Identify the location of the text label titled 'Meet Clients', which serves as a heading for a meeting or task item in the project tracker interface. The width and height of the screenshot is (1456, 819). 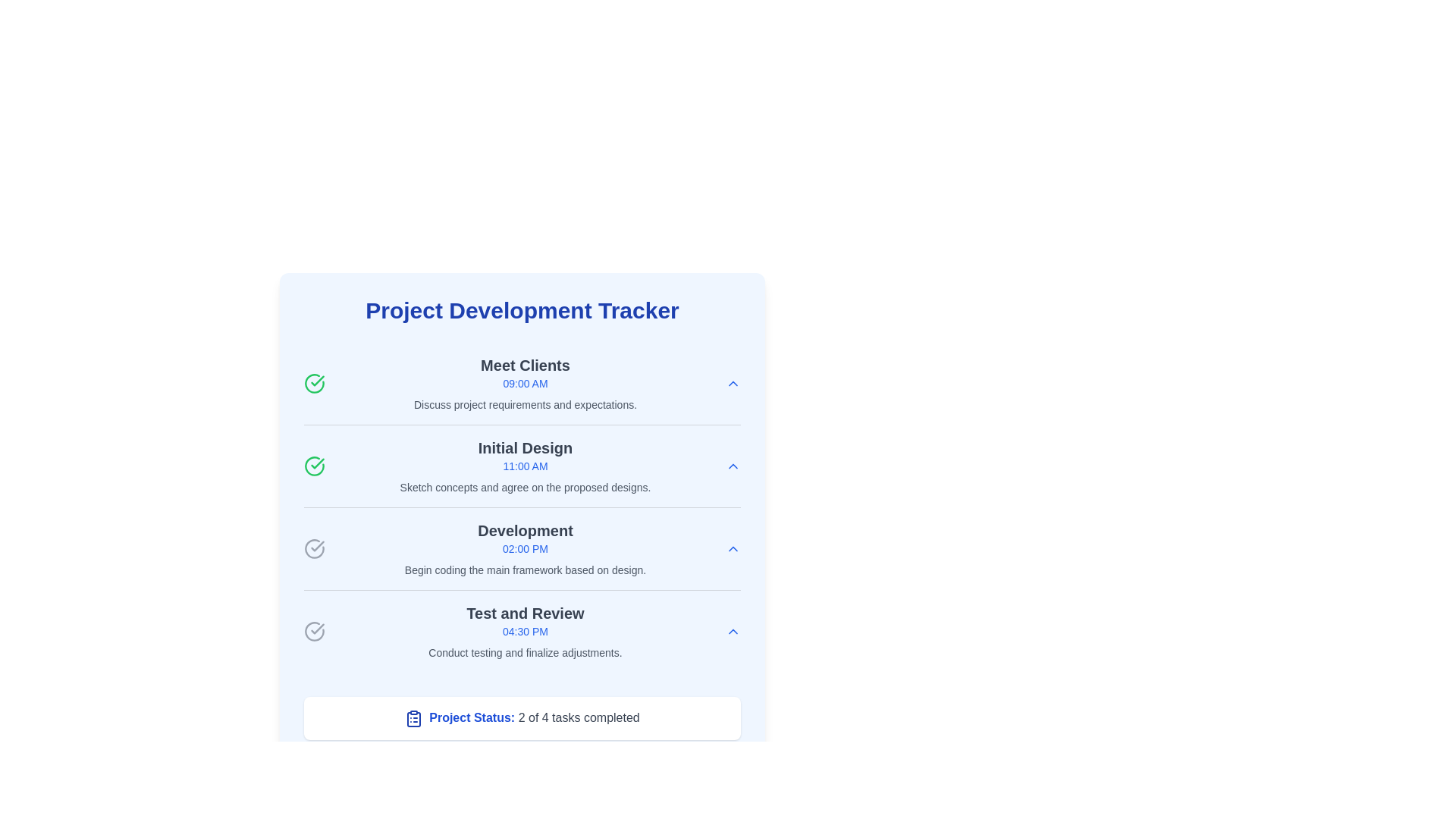
(525, 366).